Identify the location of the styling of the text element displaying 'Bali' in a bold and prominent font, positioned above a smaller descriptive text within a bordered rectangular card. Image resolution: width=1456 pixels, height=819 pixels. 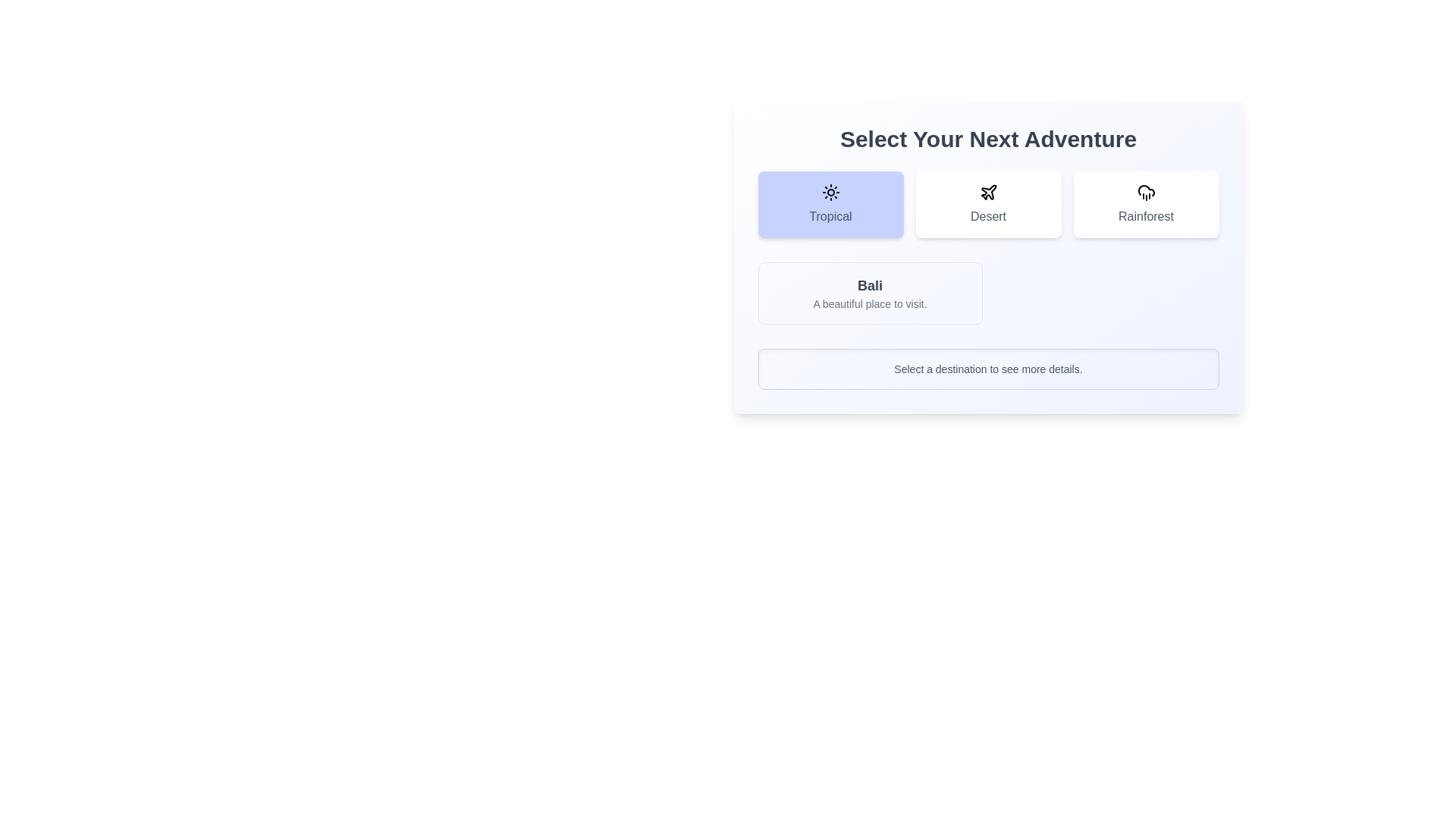
(870, 286).